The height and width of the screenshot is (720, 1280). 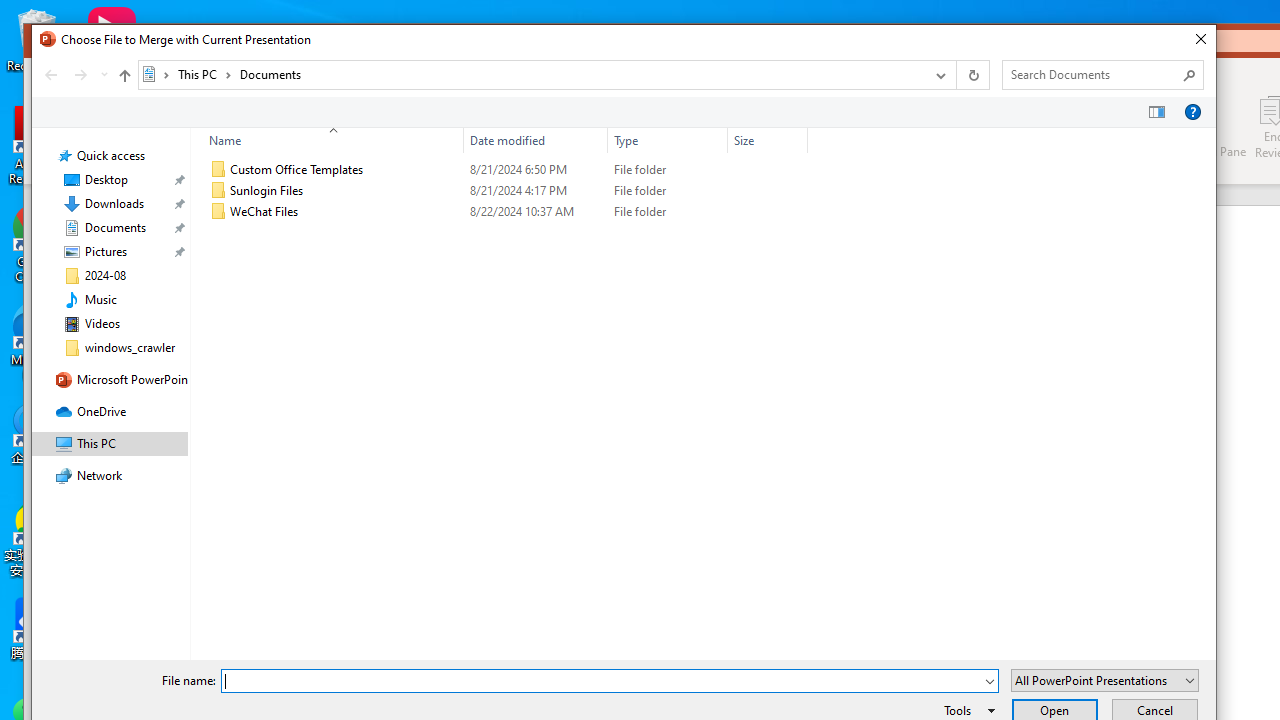 What do you see at coordinates (123, 74) in the screenshot?
I see `'Up to "This PC" (Alt + Up Arrow)'` at bounding box center [123, 74].